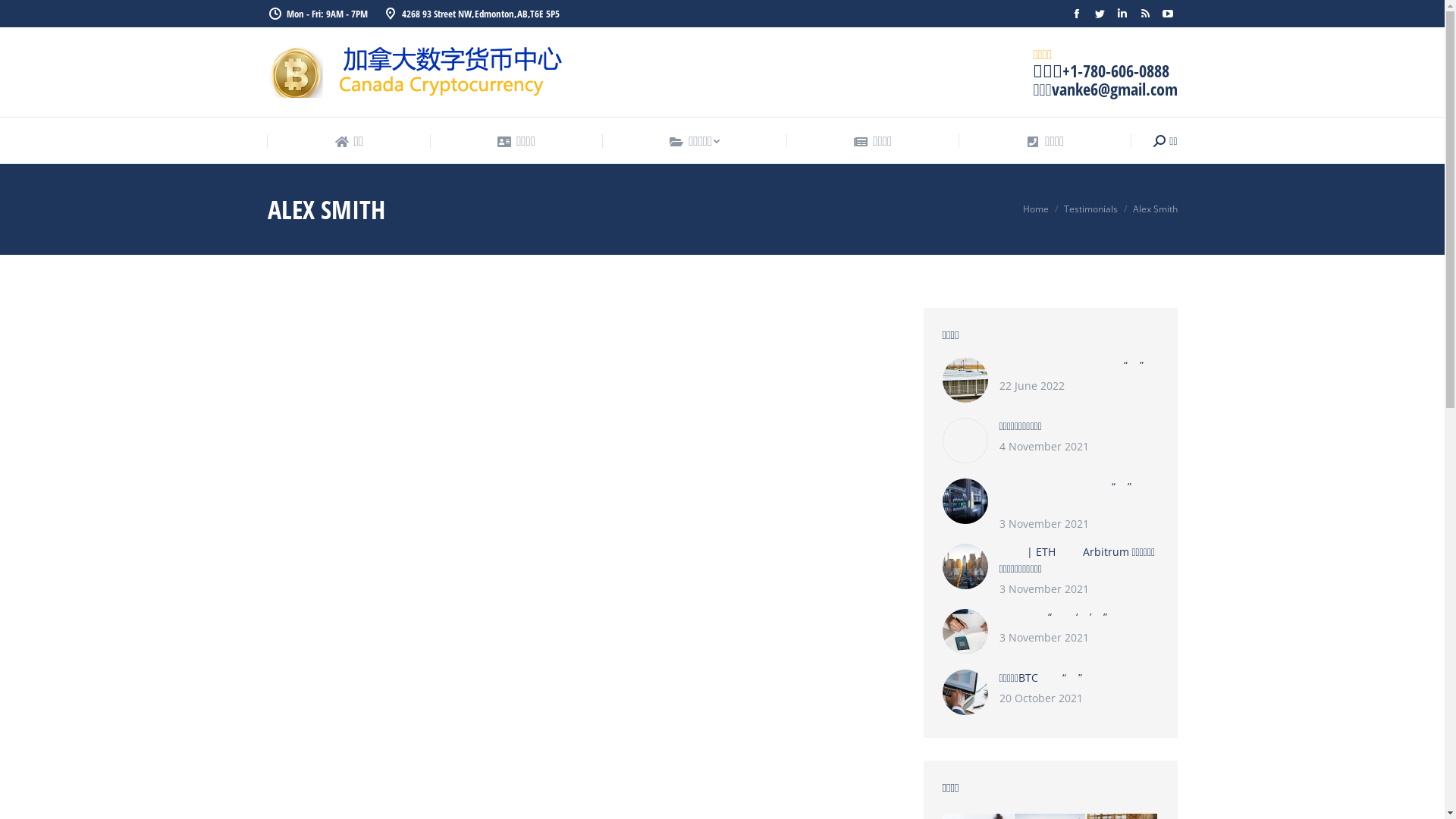 Image resolution: width=1456 pixels, height=819 pixels. What do you see at coordinates (1144, 14) in the screenshot?
I see `'Rss page opens in new window'` at bounding box center [1144, 14].